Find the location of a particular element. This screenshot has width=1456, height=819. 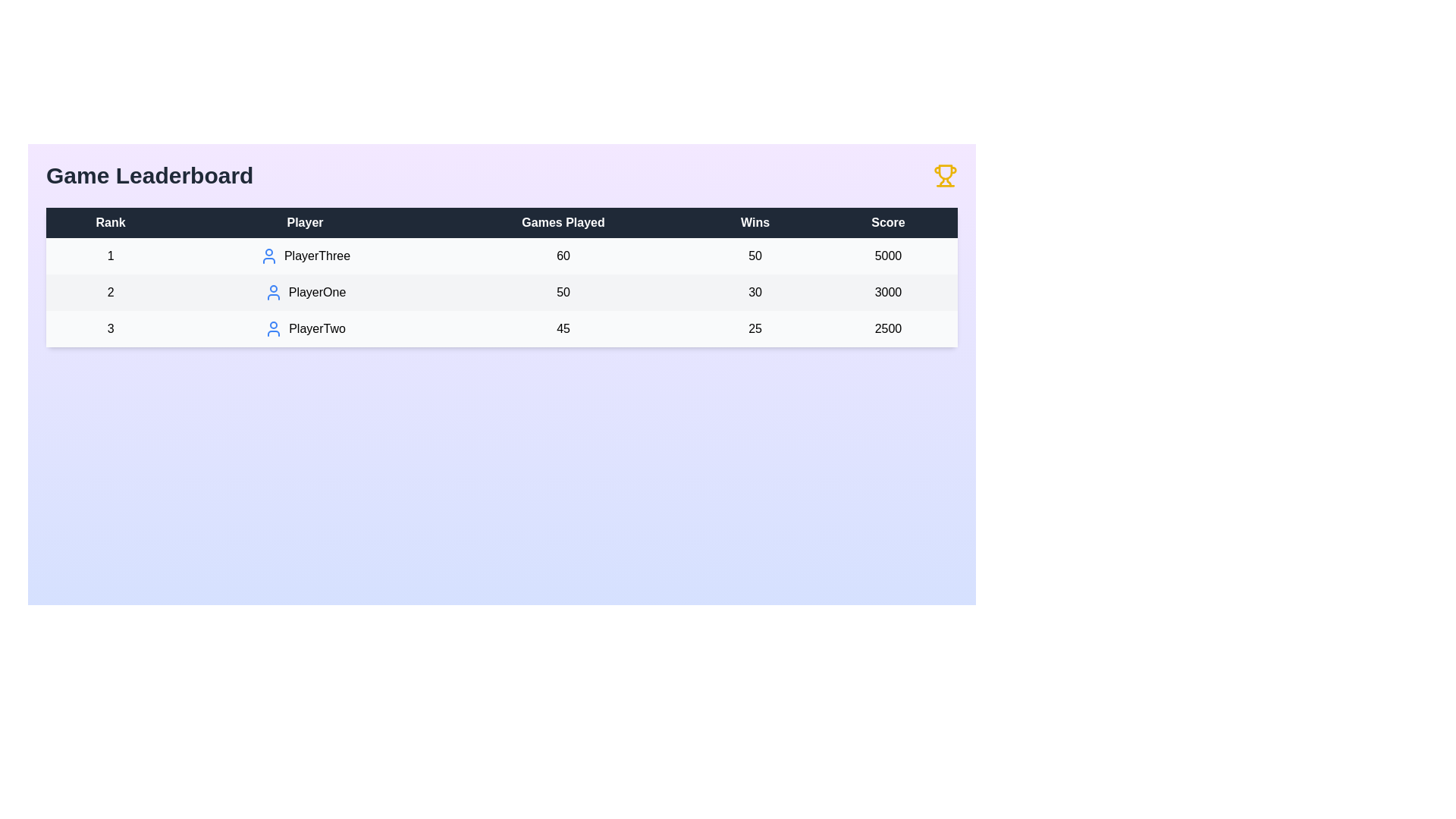

the player information displayed as 'PlayerThree' next to the blue user icon in the first row of the leaderboard table is located at coordinates (304, 256).